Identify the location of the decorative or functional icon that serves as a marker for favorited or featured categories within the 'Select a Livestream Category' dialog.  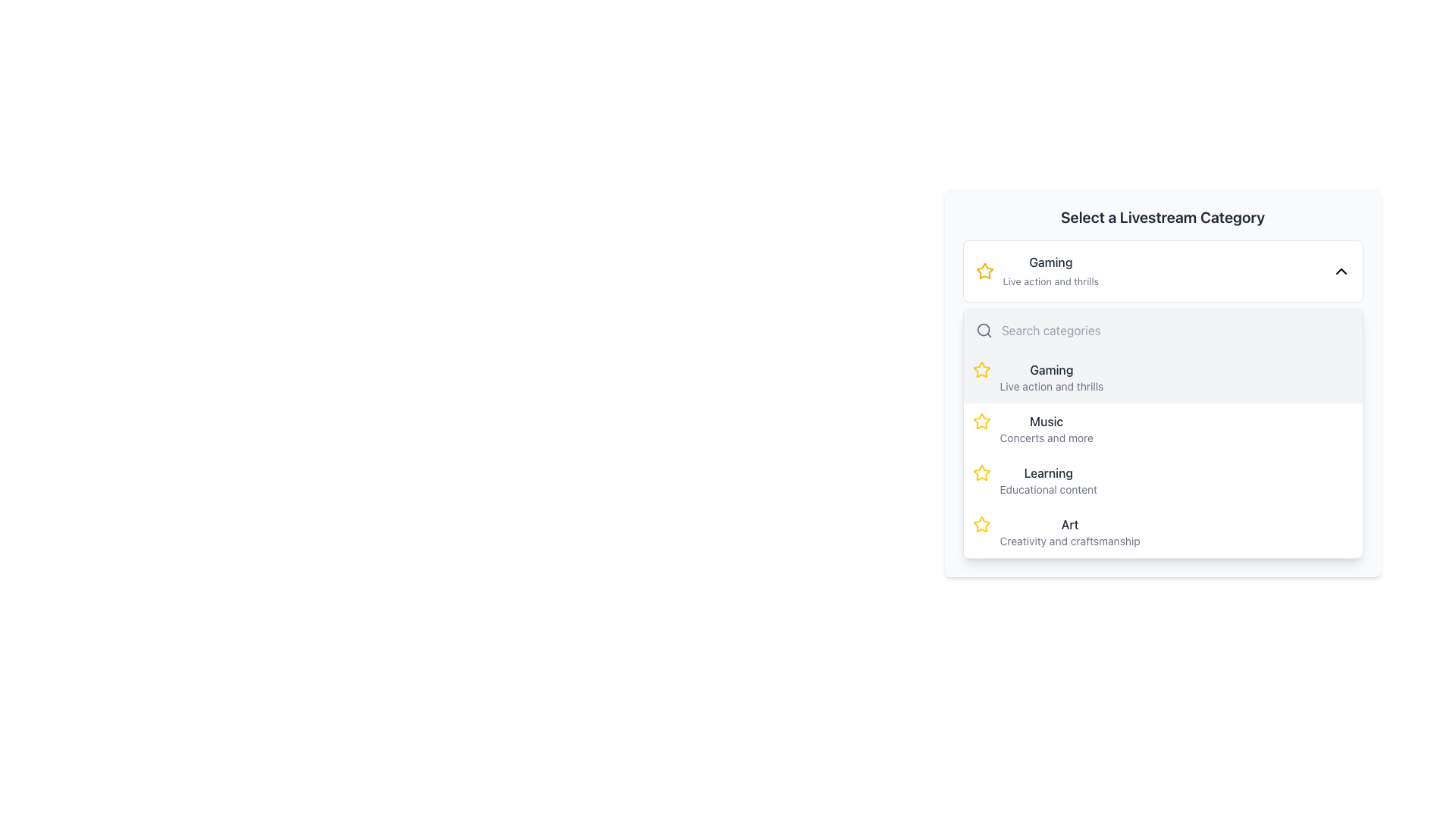
(984, 270).